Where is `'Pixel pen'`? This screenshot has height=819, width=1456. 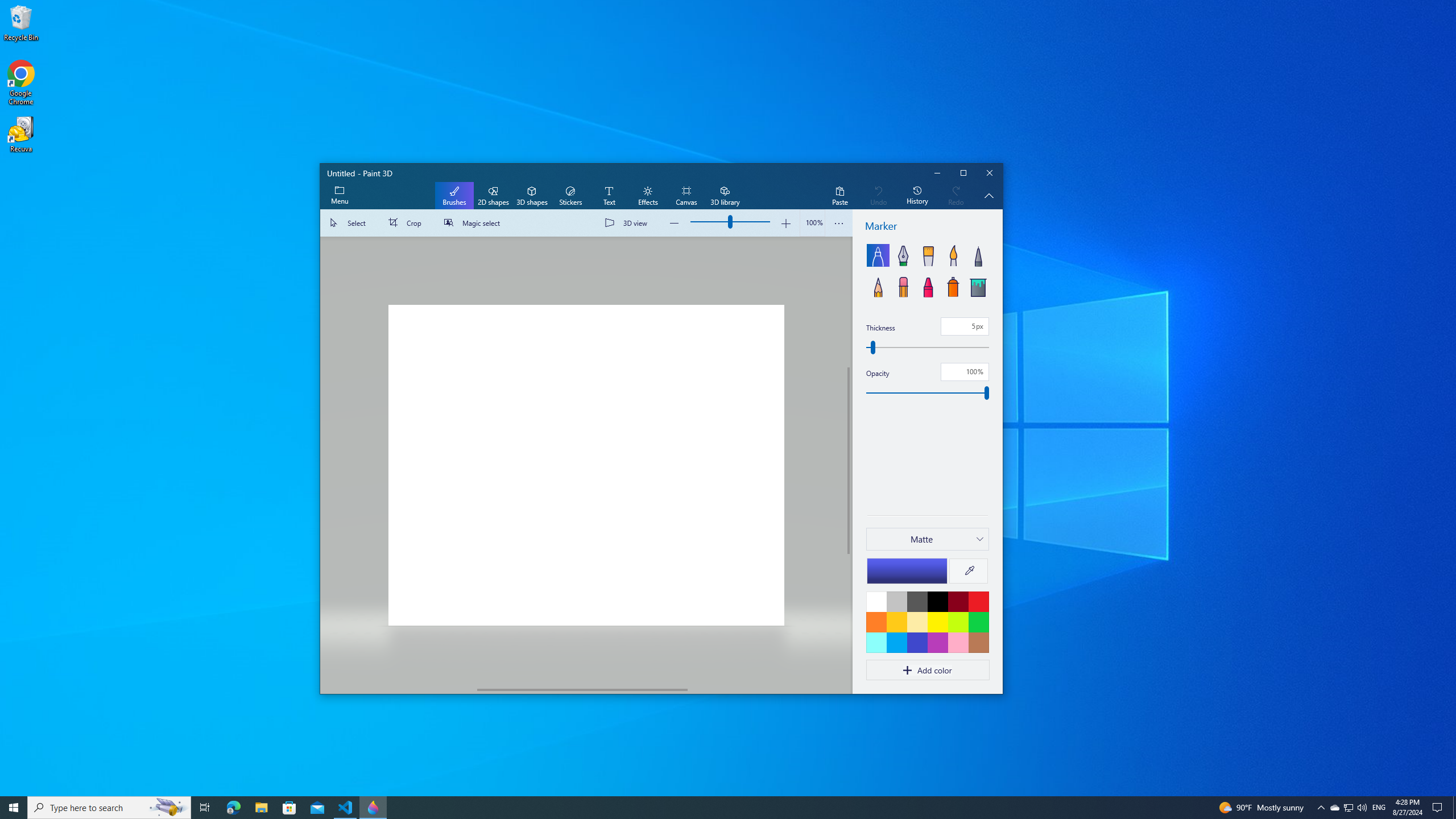
'Pixel pen' is located at coordinates (978, 255).